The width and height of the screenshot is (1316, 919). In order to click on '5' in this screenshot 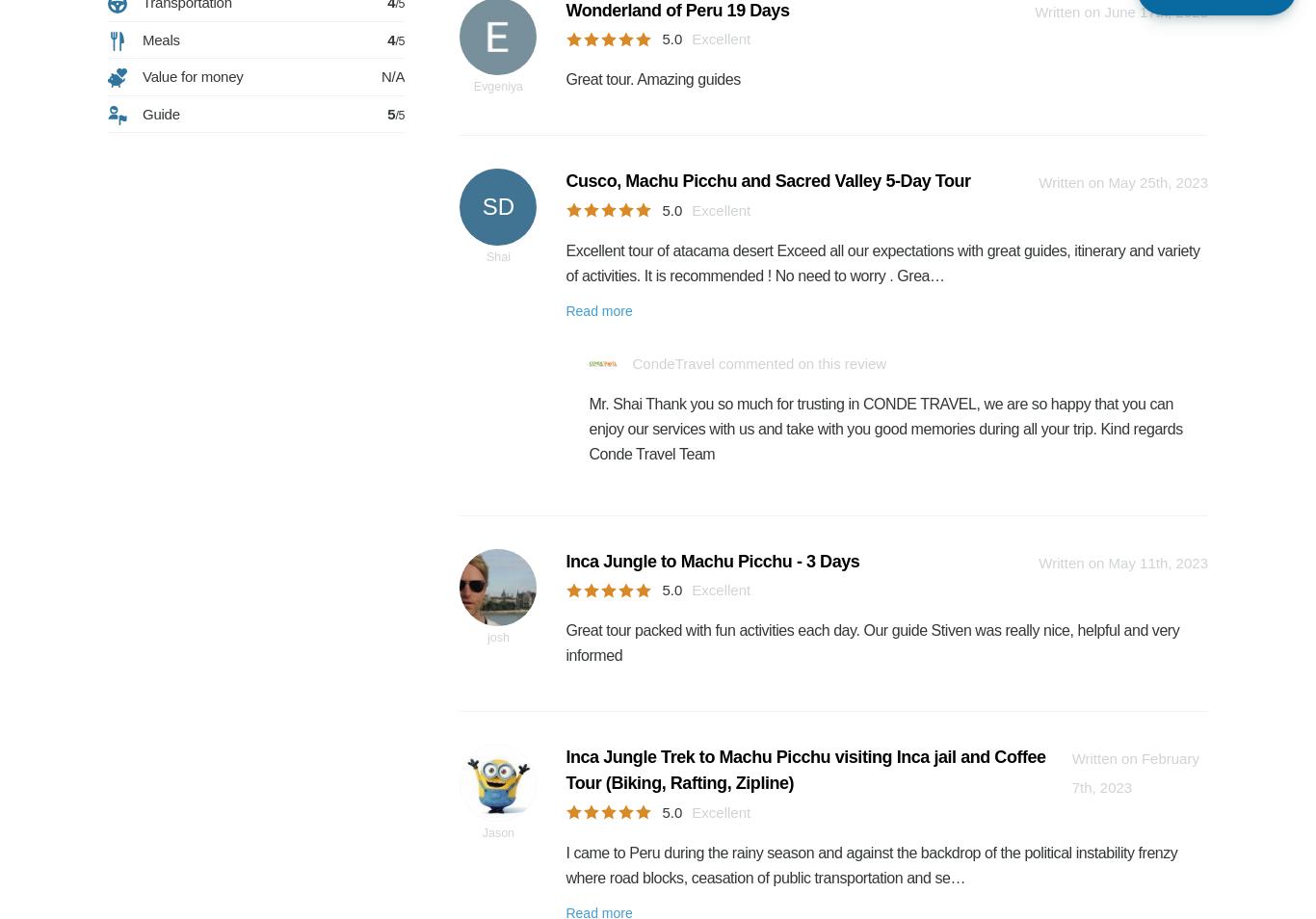, I will do `click(389, 112)`.